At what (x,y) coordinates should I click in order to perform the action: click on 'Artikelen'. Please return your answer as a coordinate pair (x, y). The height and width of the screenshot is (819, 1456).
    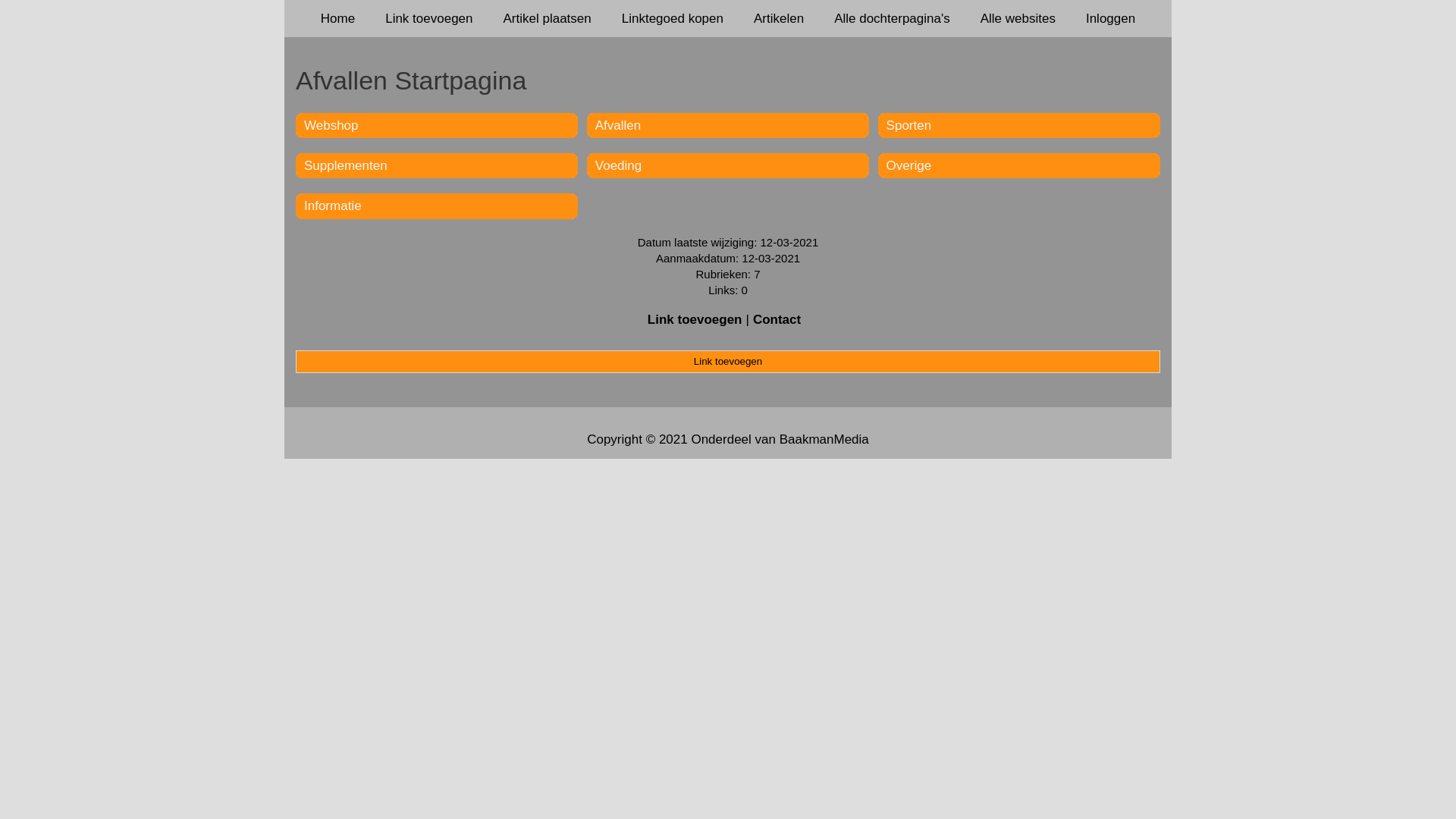
    Looking at the image, I should click on (779, 18).